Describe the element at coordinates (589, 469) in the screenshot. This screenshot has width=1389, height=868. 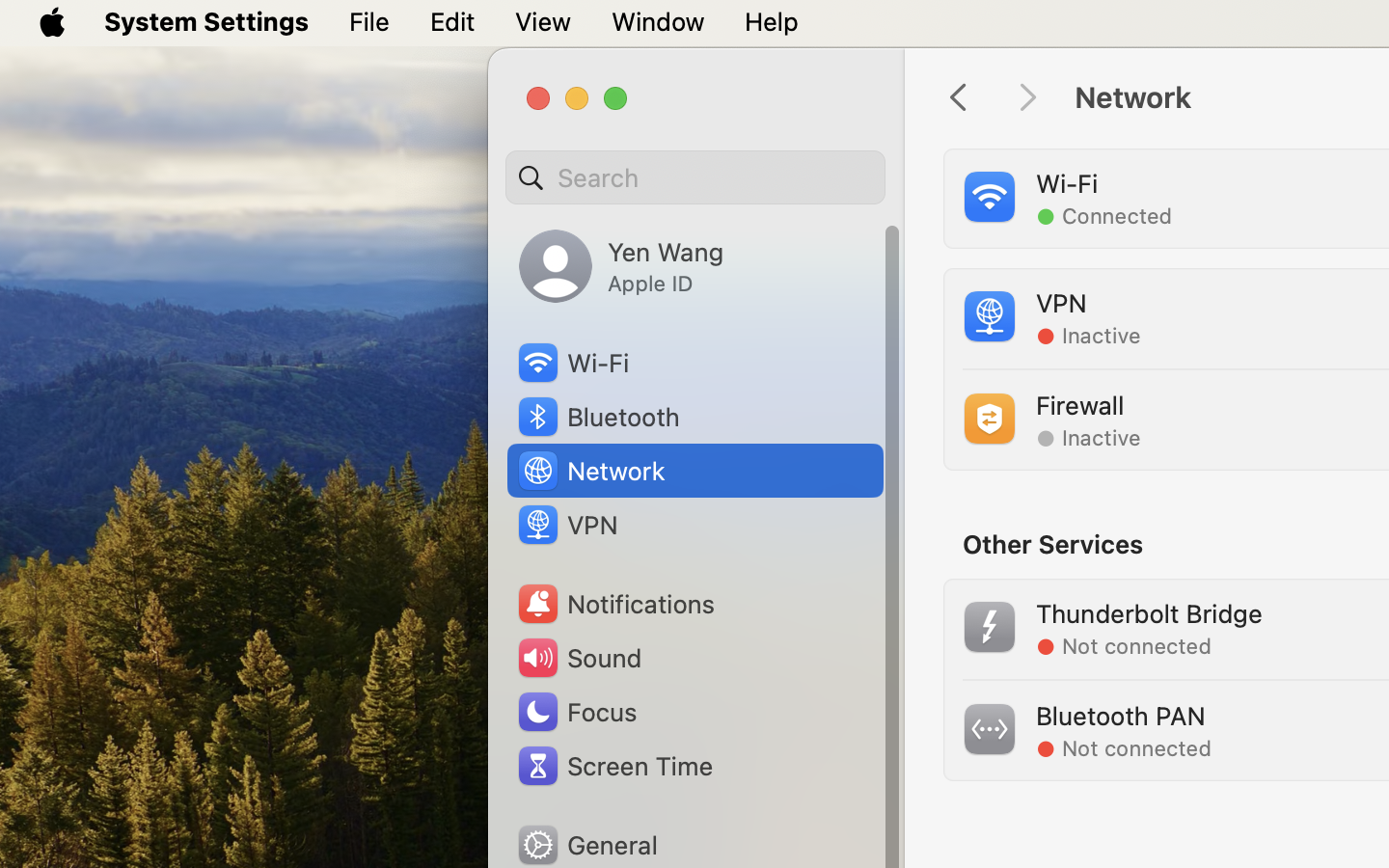
I see `'Network'` at that location.